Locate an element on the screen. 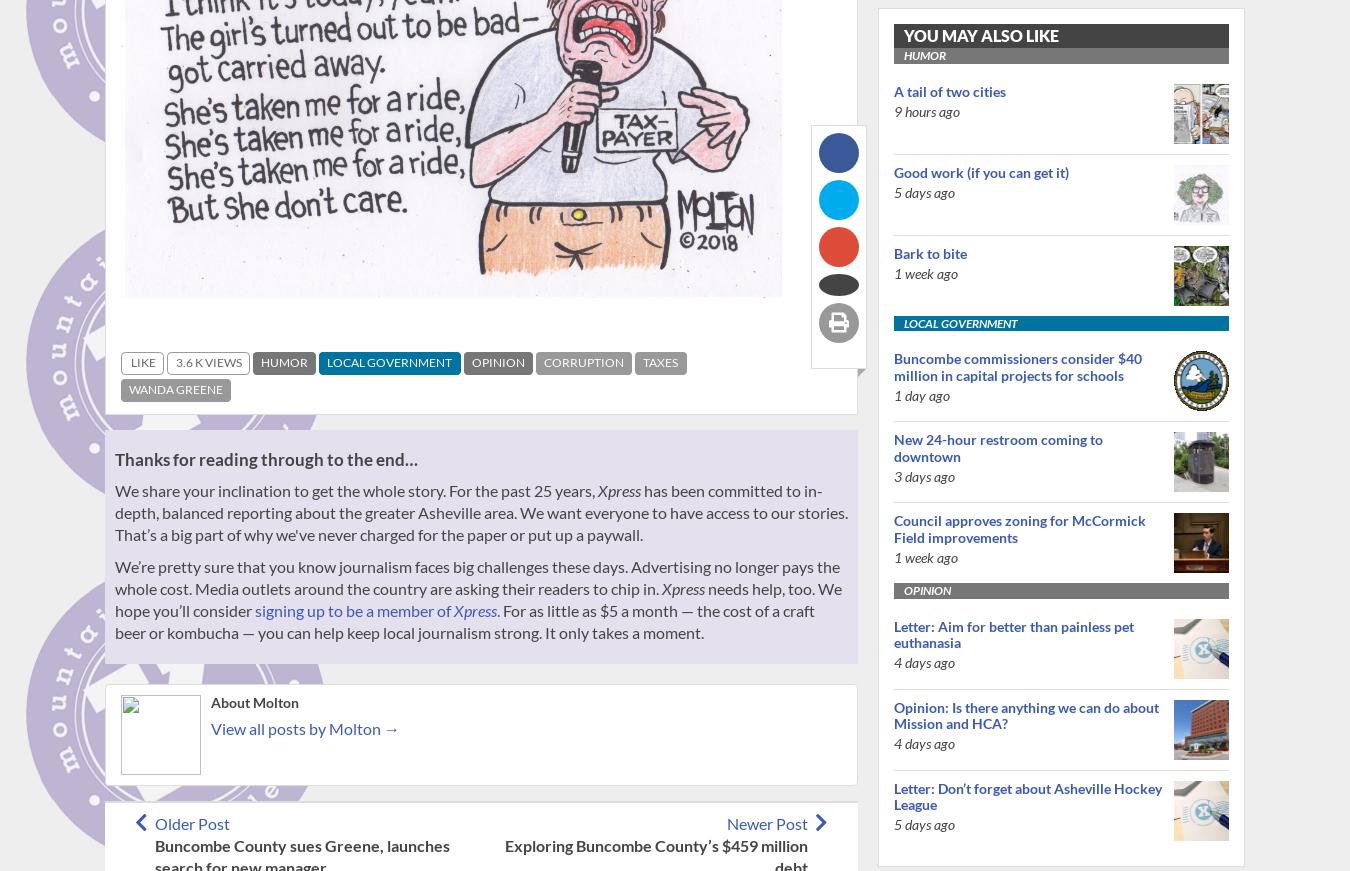 The width and height of the screenshot is (1350, 871). 'has been committed to in-depth, balanced reporting about the greater Asheville area. We want everyone to have access to our stories. That’s a big part of why we've never charged for the paper or put up a paywall.' is located at coordinates (480, 511).